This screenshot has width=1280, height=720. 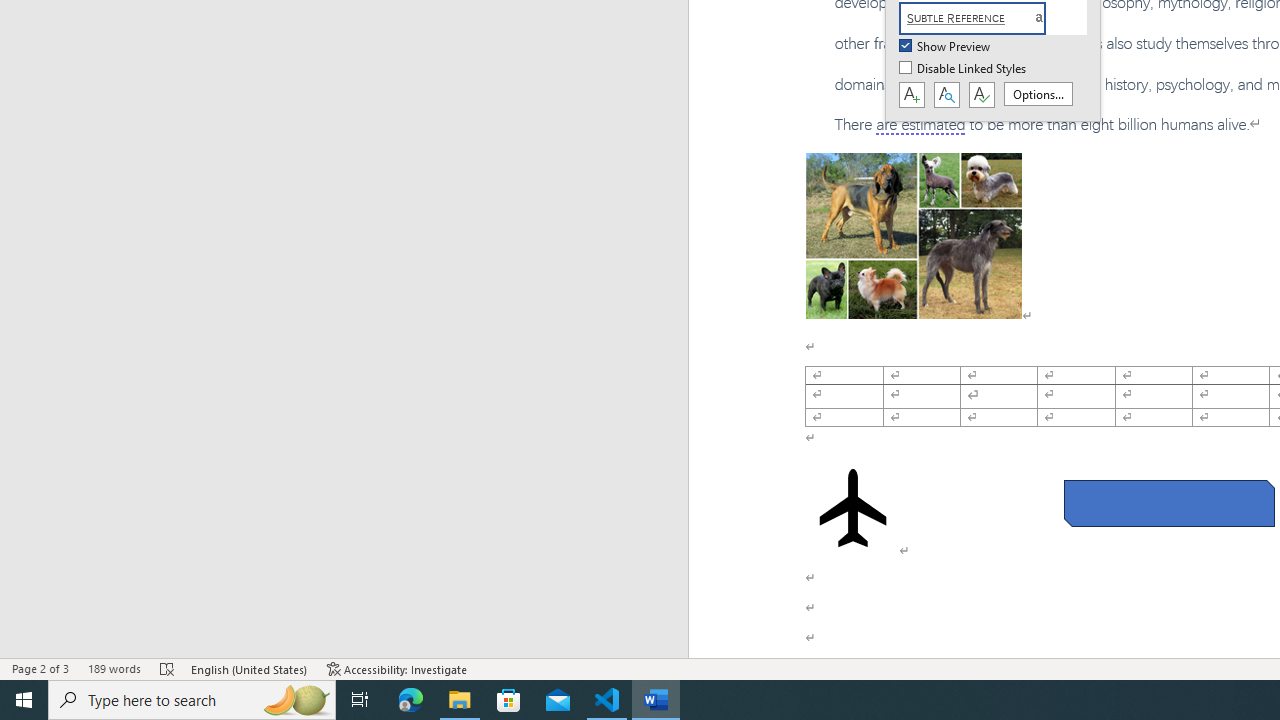 I want to click on 'Language English (United States)', so click(x=249, y=669).